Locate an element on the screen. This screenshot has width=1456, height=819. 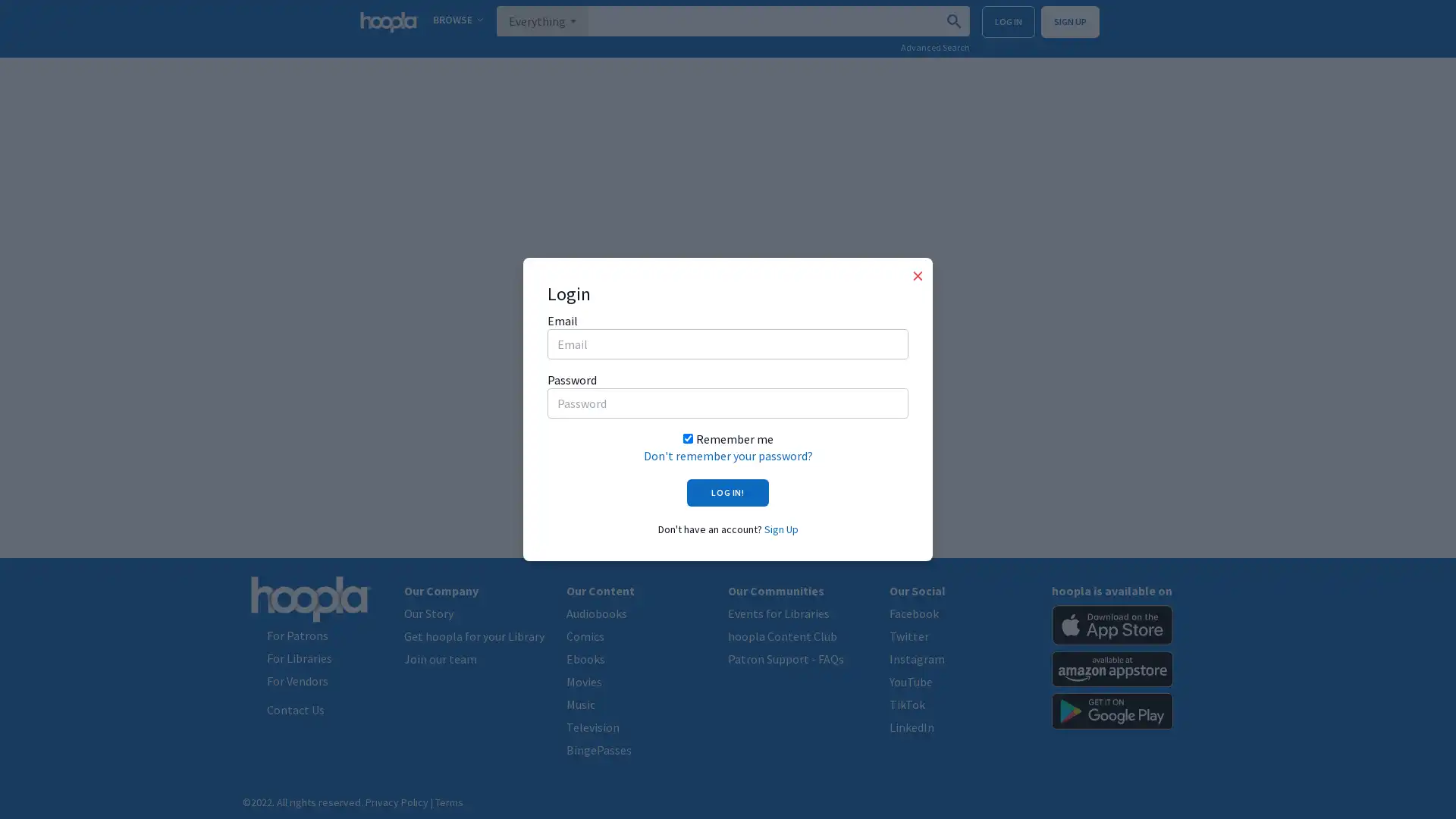
Close is located at coordinates (917, 275).